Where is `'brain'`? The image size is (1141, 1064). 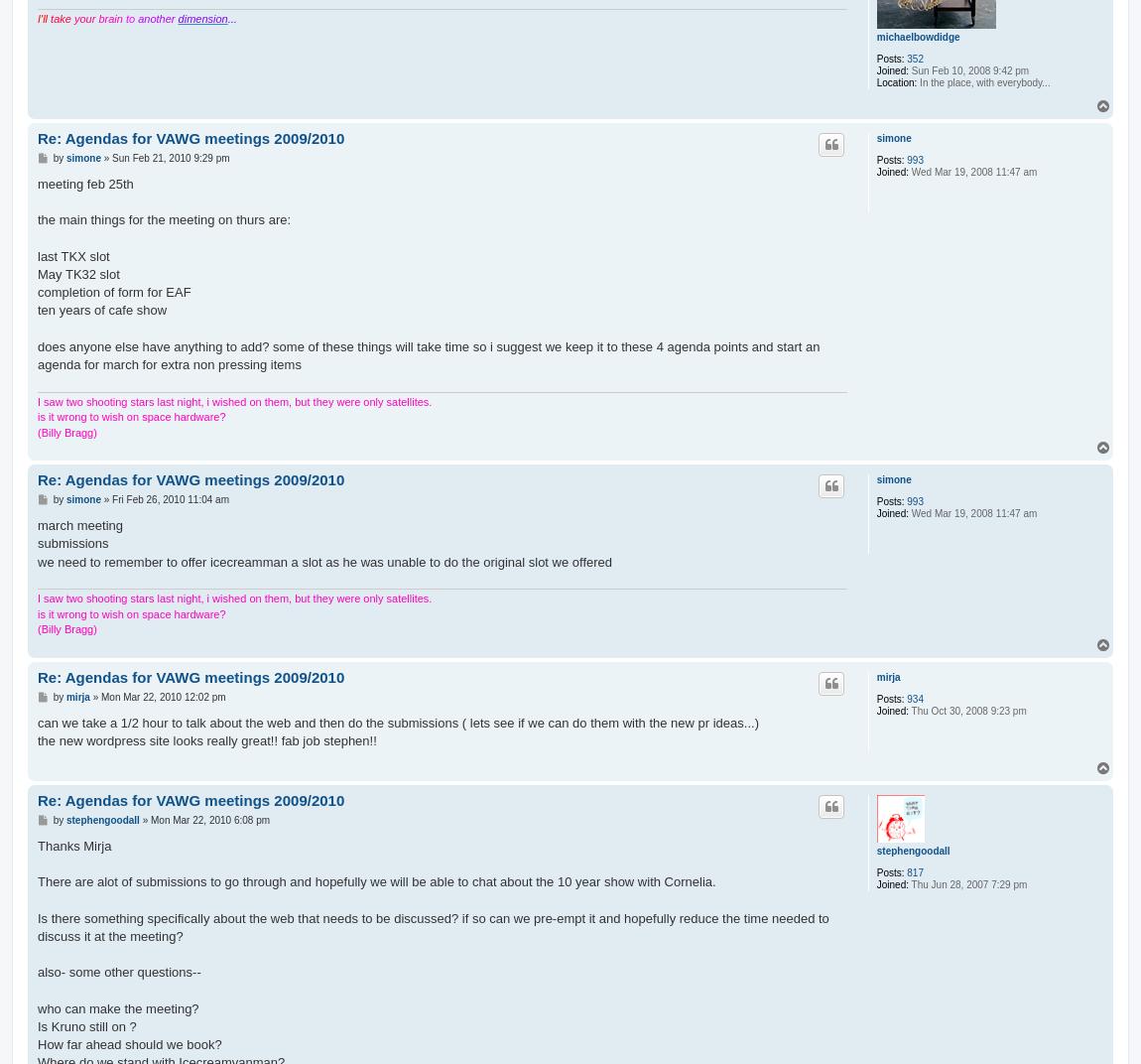
'brain' is located at coordinates (108, 17).